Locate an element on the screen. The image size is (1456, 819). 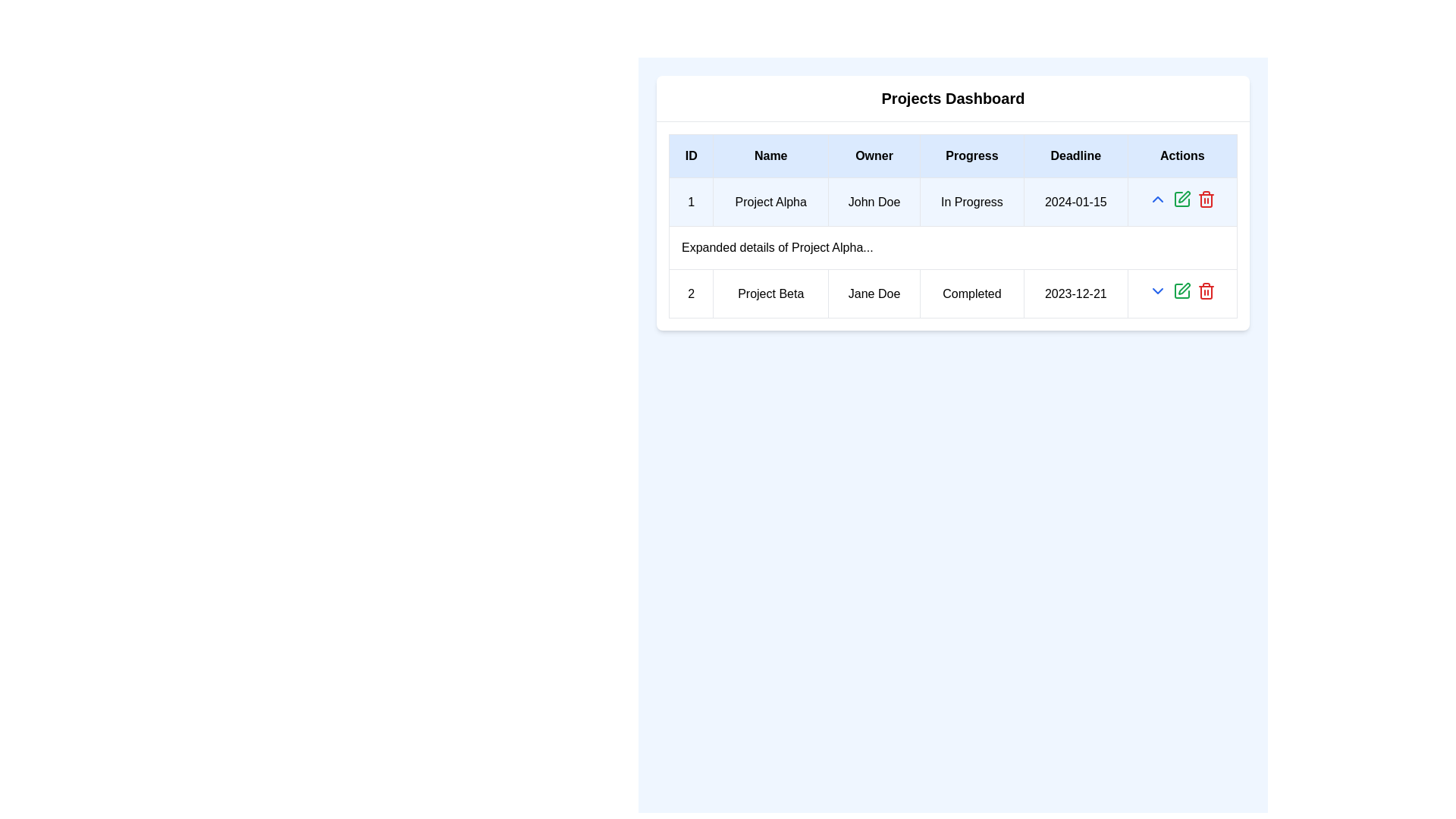
the table header cell labeled 'Owner', which has a light blue background and bold black text, located between the 'Name' and 'Progress' cells is located at coordinates (874, 155).